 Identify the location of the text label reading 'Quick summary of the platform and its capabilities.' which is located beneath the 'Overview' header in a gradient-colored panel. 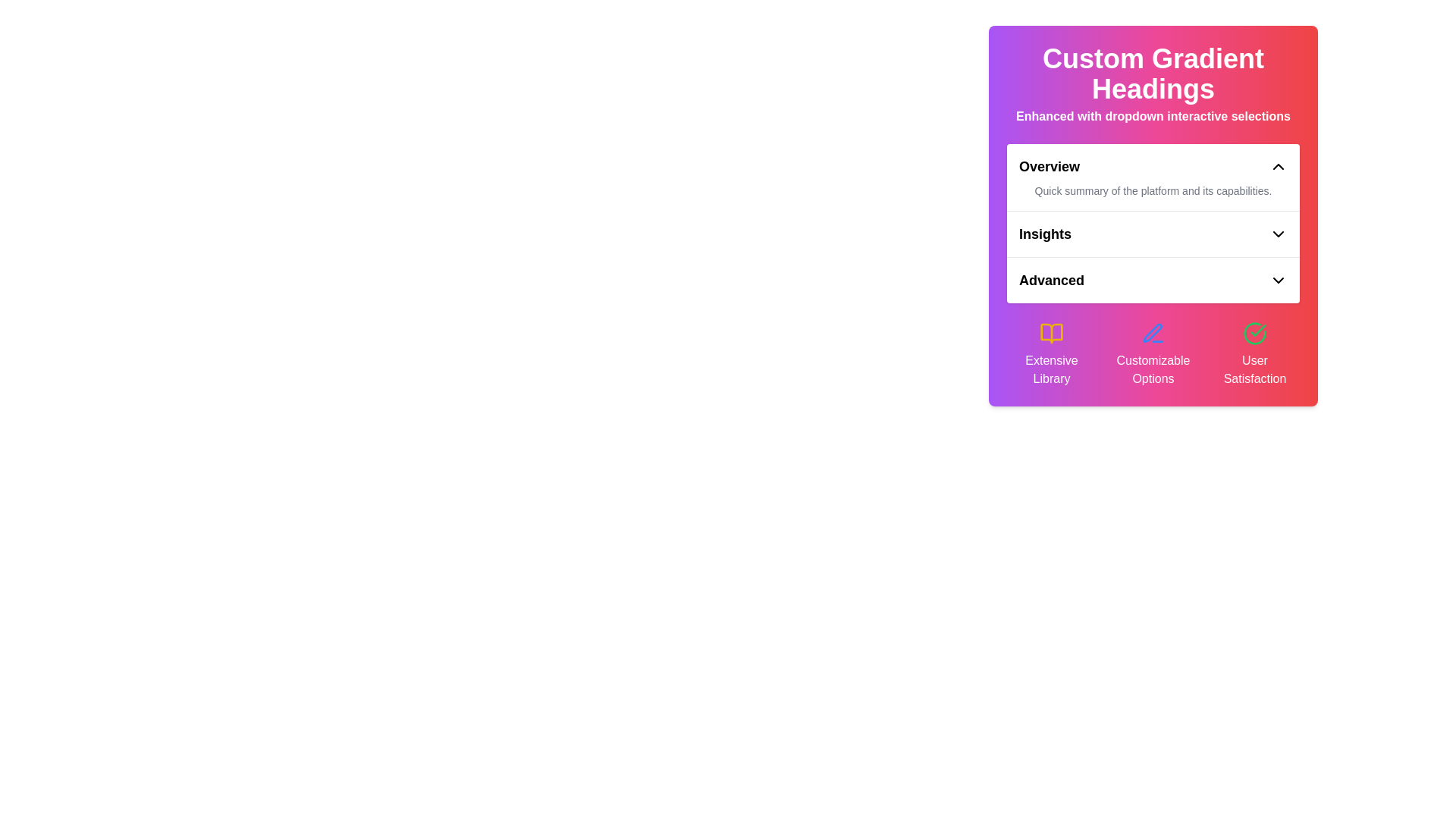
(1153, 190).